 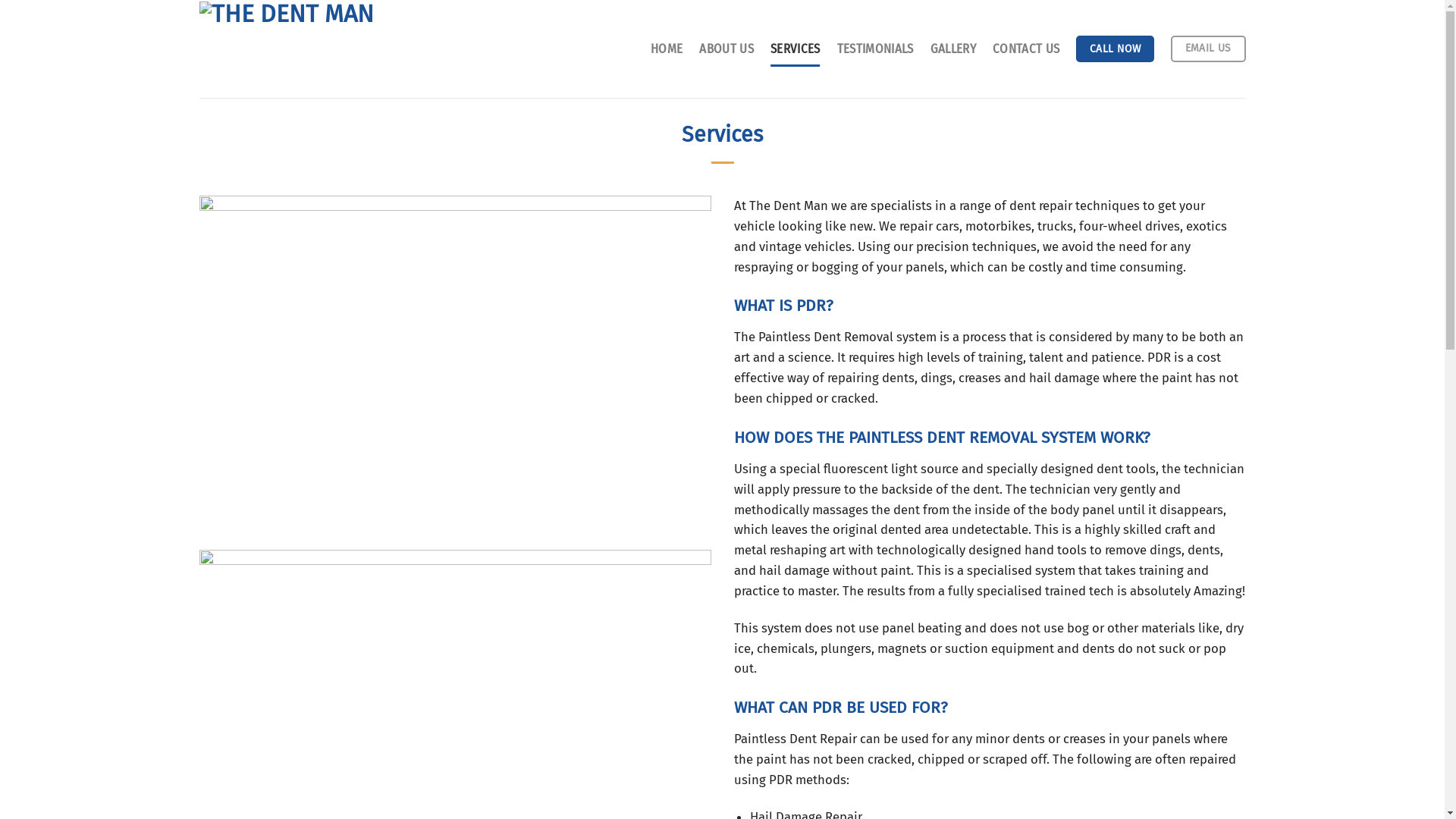 What do you see at coordinates (1170, 48) in the screenshot?
I see `'EMAIL US'` at bounding box center [1170, 48].